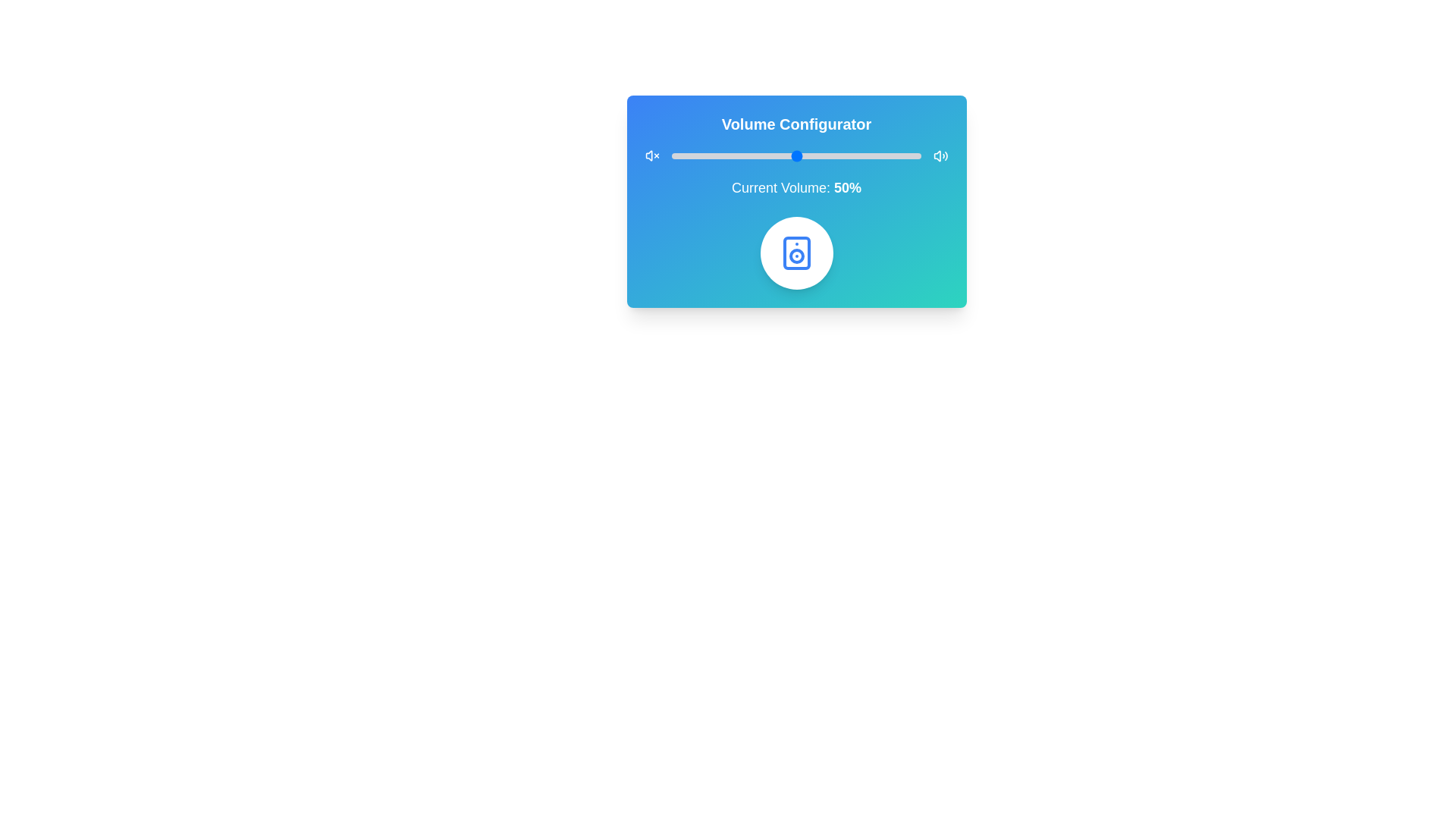 The height and width of the screenshot is (819, 1456). What do you see at coordinates (912, 155) in the screenshot?
I see `the volume slider to set the volume to 97%` at bounding box center [912, 155].